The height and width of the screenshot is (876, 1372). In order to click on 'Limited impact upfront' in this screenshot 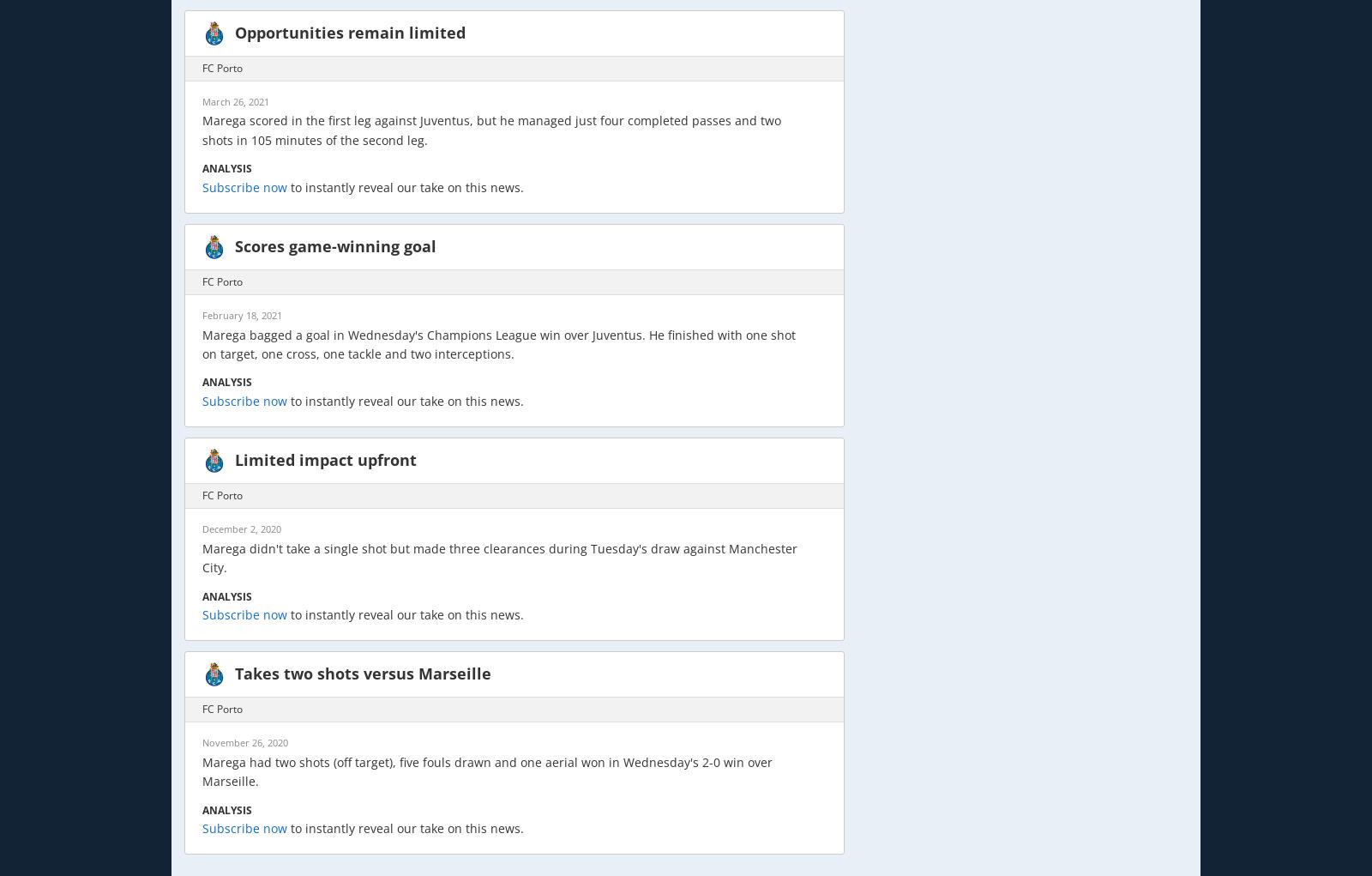, I will do `click(326, 460)`.